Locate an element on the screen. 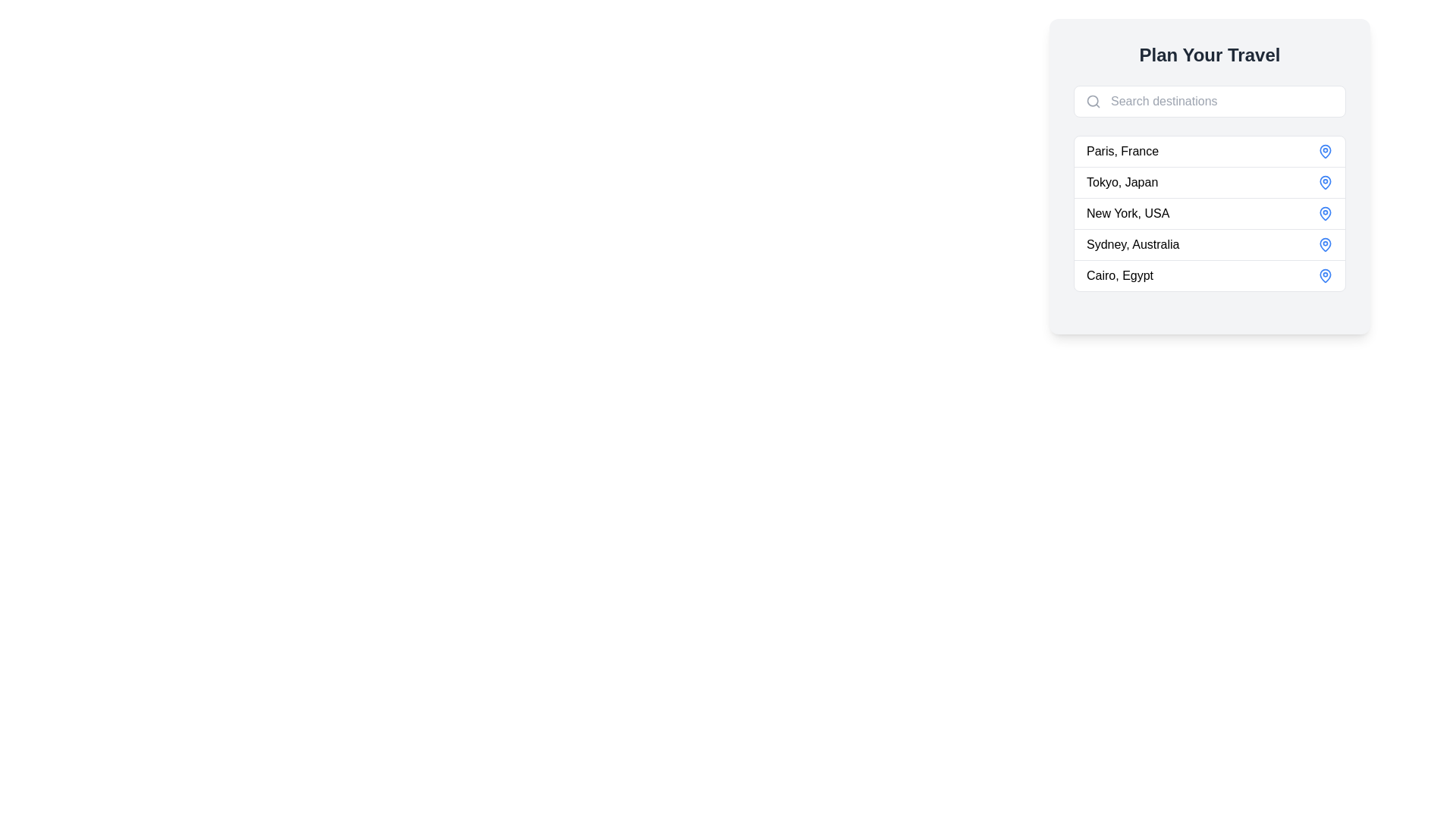  the fourth list item representing the selectable option for the destination 'Sydney, Australia' within the 'Plan Your Travel' card is located at coordinates (1209, 243).